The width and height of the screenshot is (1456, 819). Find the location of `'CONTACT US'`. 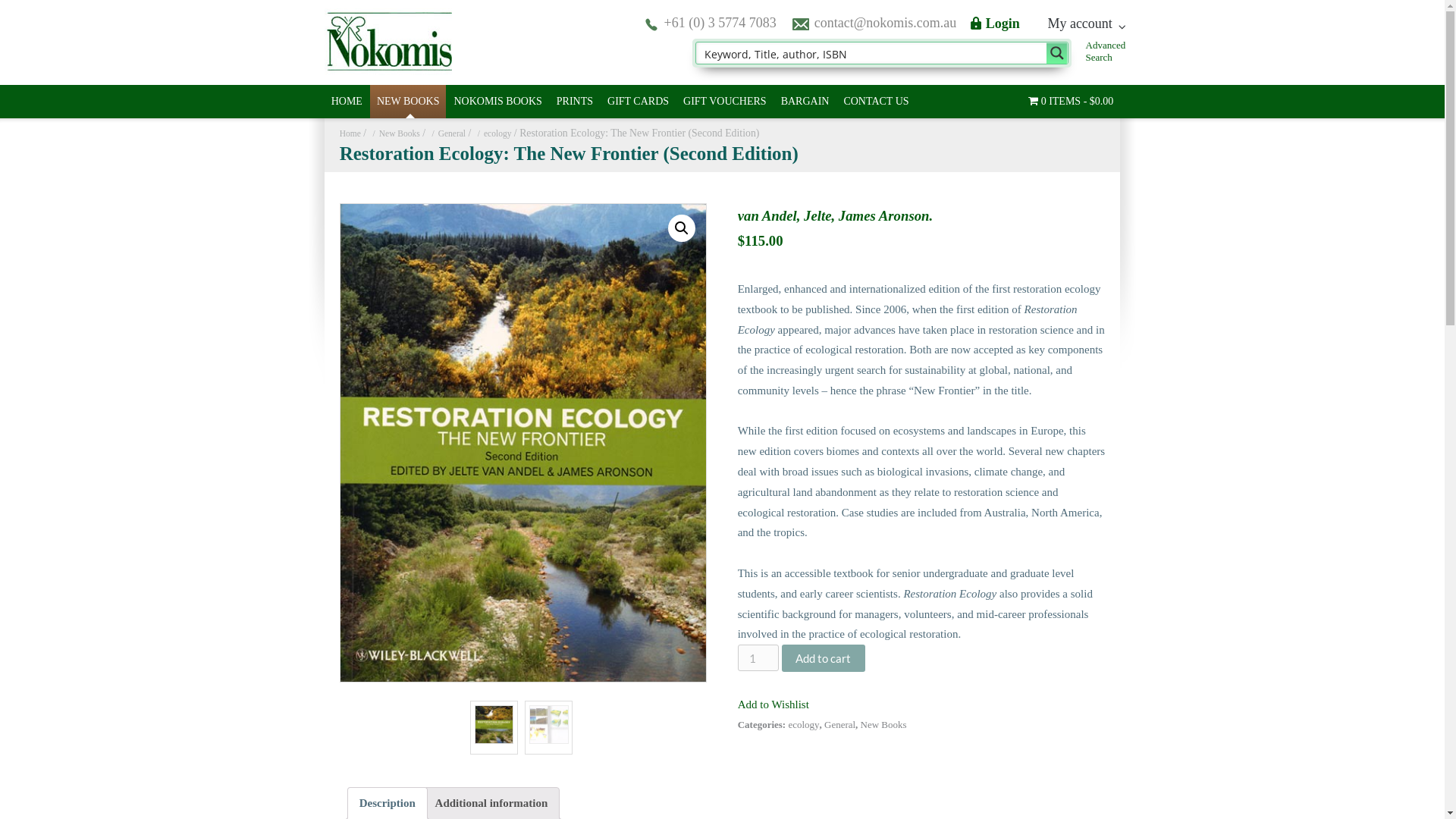

'CONTACT US' is located at coordinates (876, 102).